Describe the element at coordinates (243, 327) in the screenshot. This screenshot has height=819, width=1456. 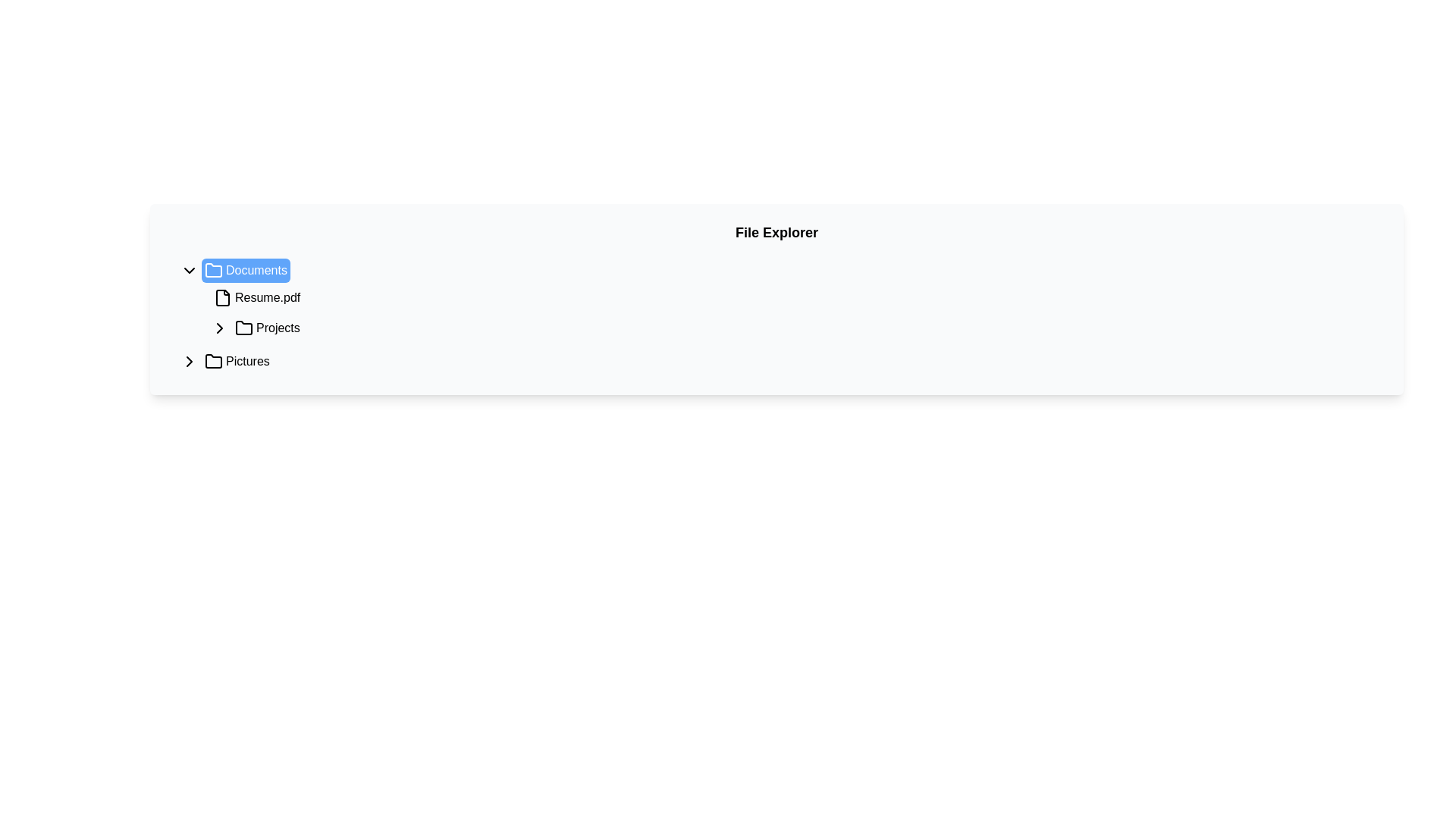
I see `the Folder icon that is outlined with a black stroke, positioned to the left of the text 'Projects'` at that location.